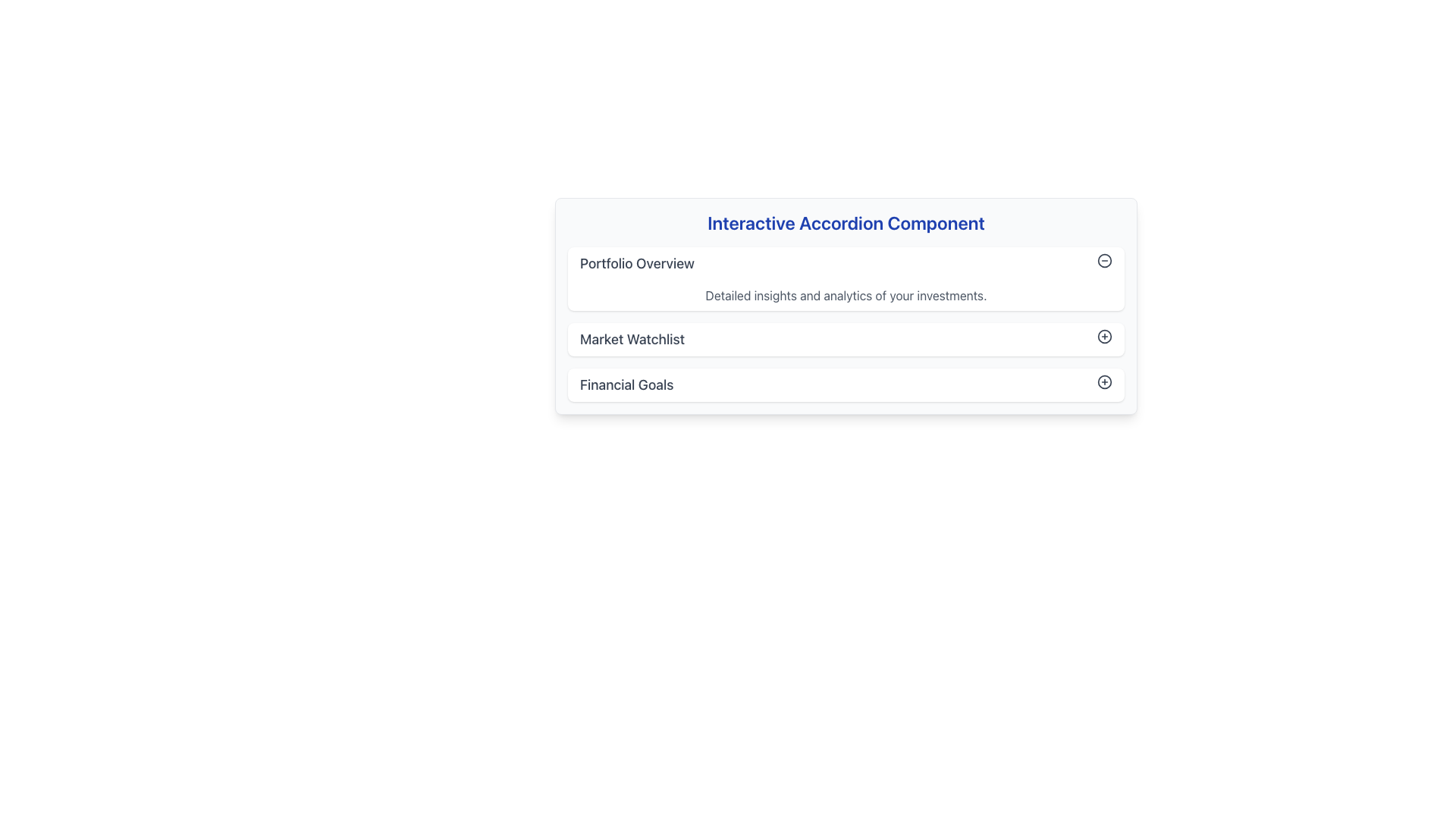 This screenshot has height=819, width=1456. I want to click on the text element displaying 'Detailed insights and analytics of your investments.' which is located below the 'Portfolio Overview' header in the accordion card widget, so click(846, 295).